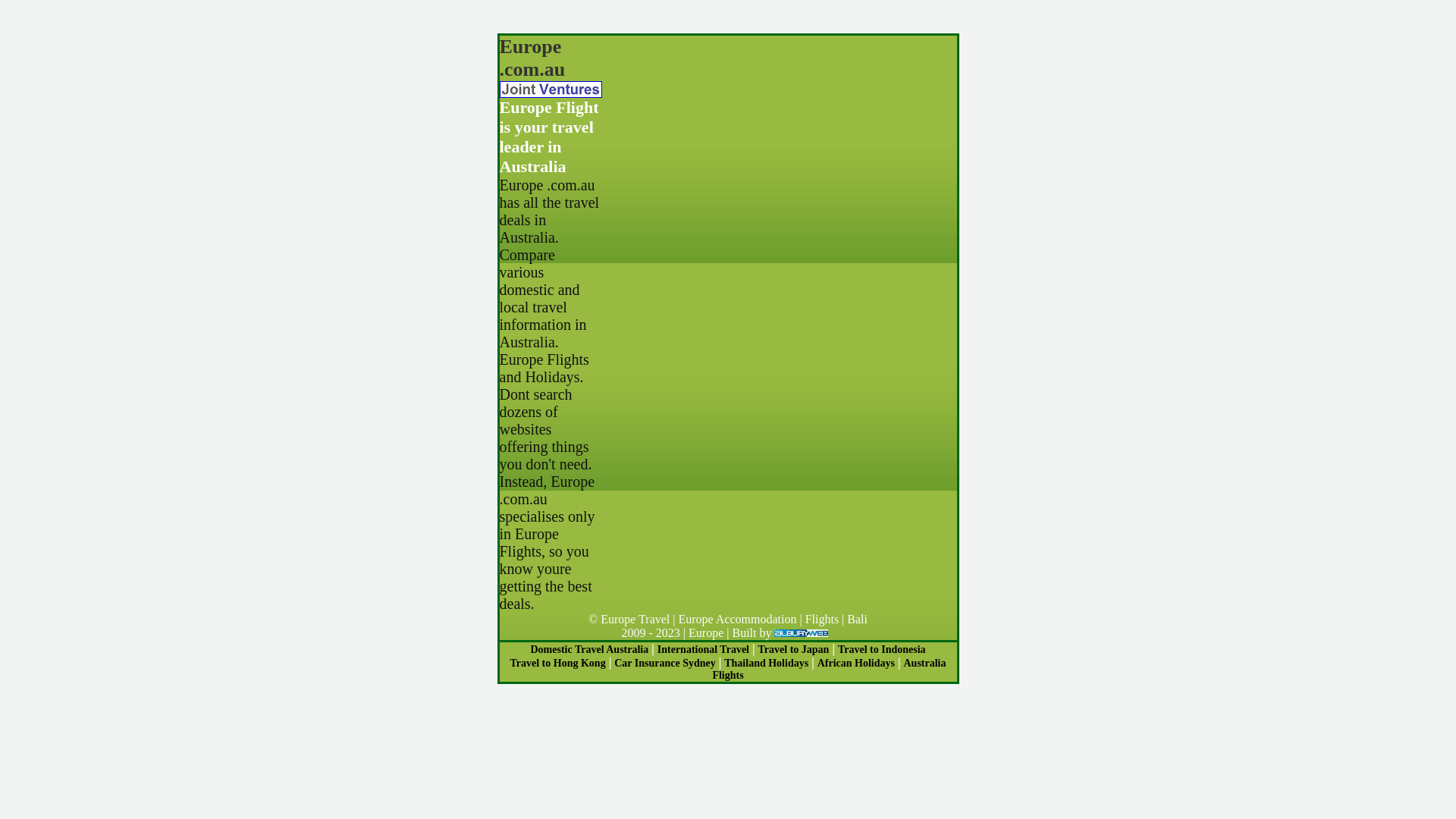 This screenshot has width=1456, height=819. I want to click on 'Car Insurance Sydney', so click(665, 662).